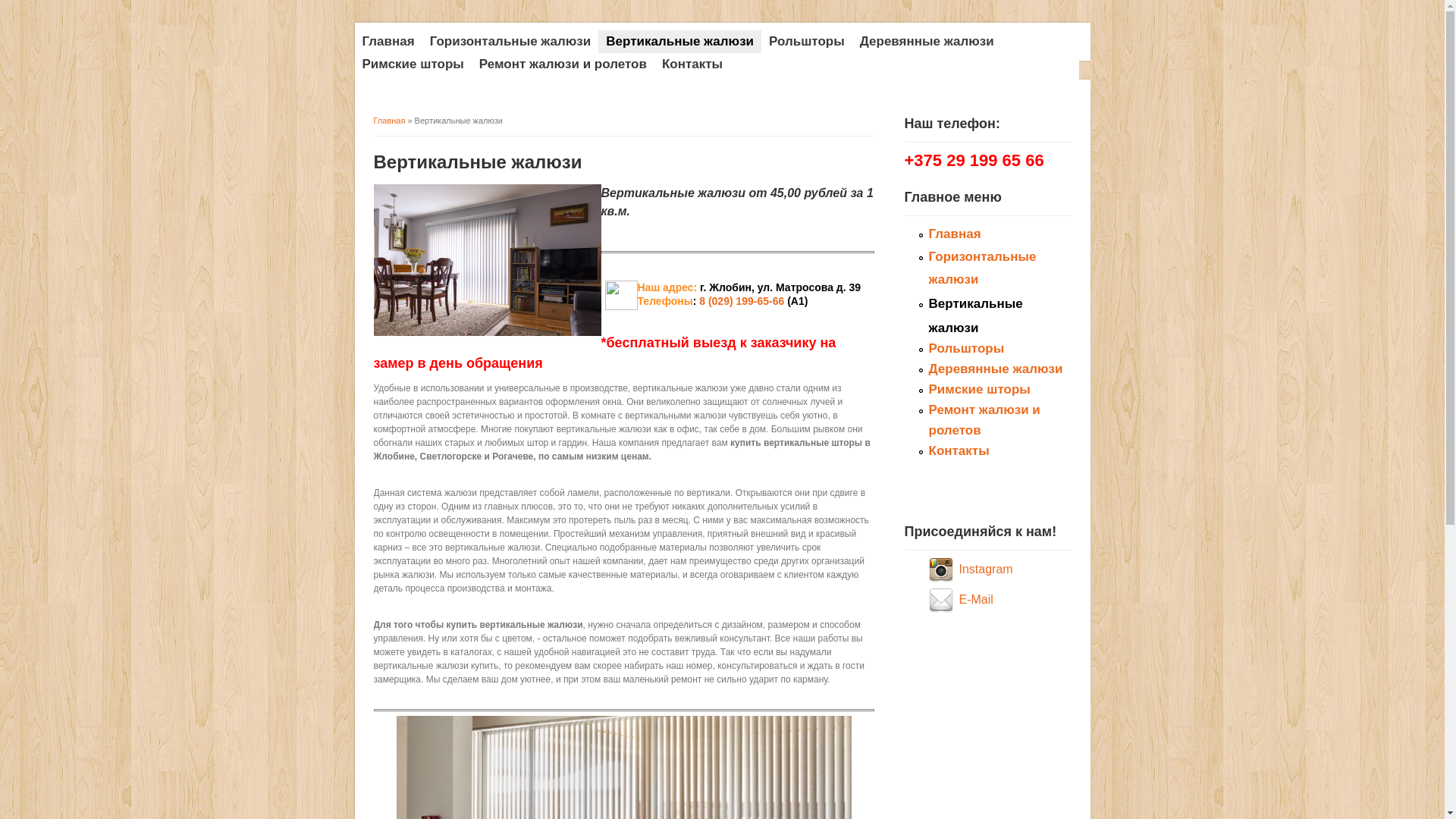 The image size is (1456, 819). I want to click on '+375 29 199 65 66', so click(903, 162).